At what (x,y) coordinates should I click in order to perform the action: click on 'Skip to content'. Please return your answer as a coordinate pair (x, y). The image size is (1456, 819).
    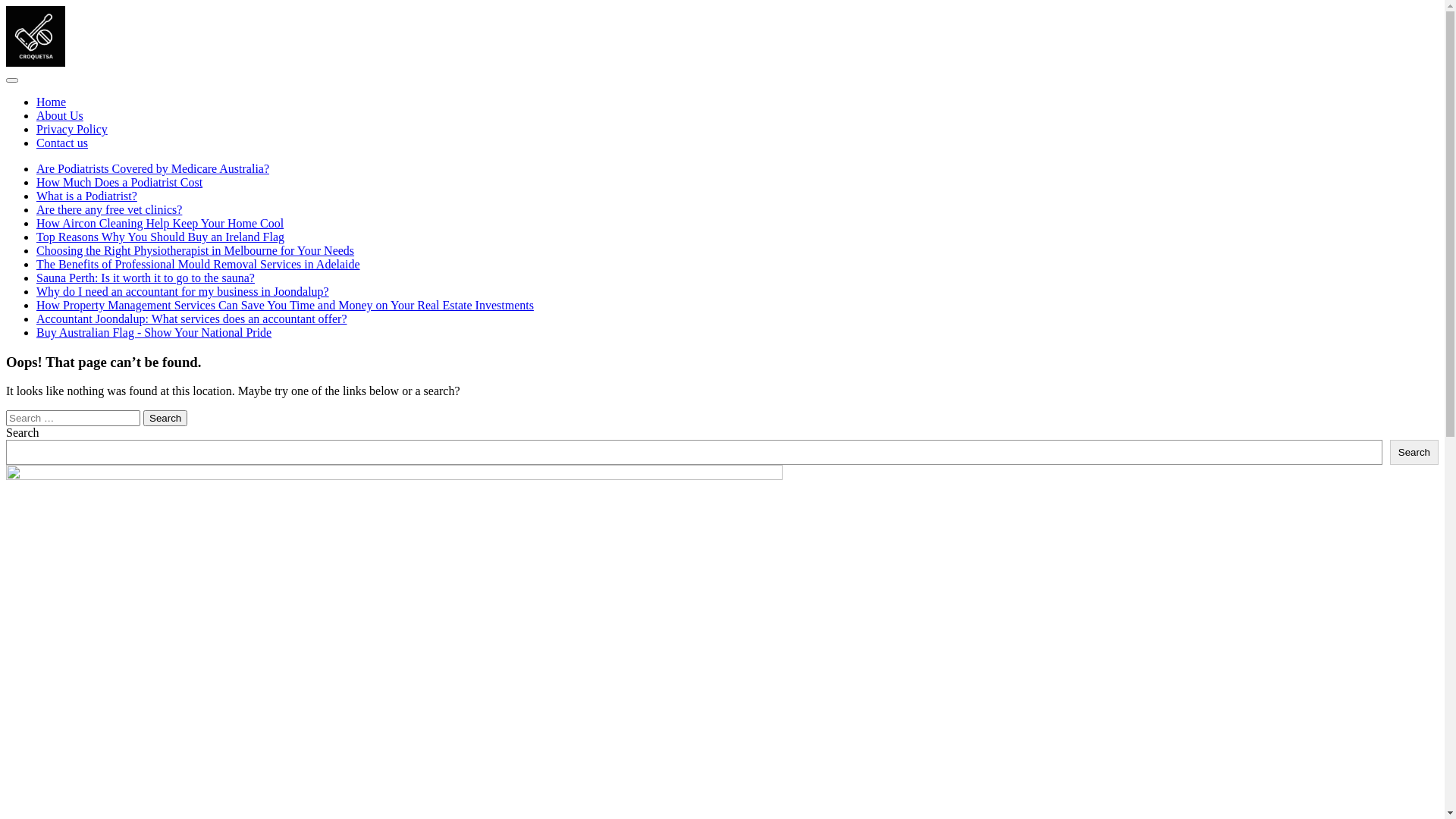
    Looking at the image, I should click on (5, 5).